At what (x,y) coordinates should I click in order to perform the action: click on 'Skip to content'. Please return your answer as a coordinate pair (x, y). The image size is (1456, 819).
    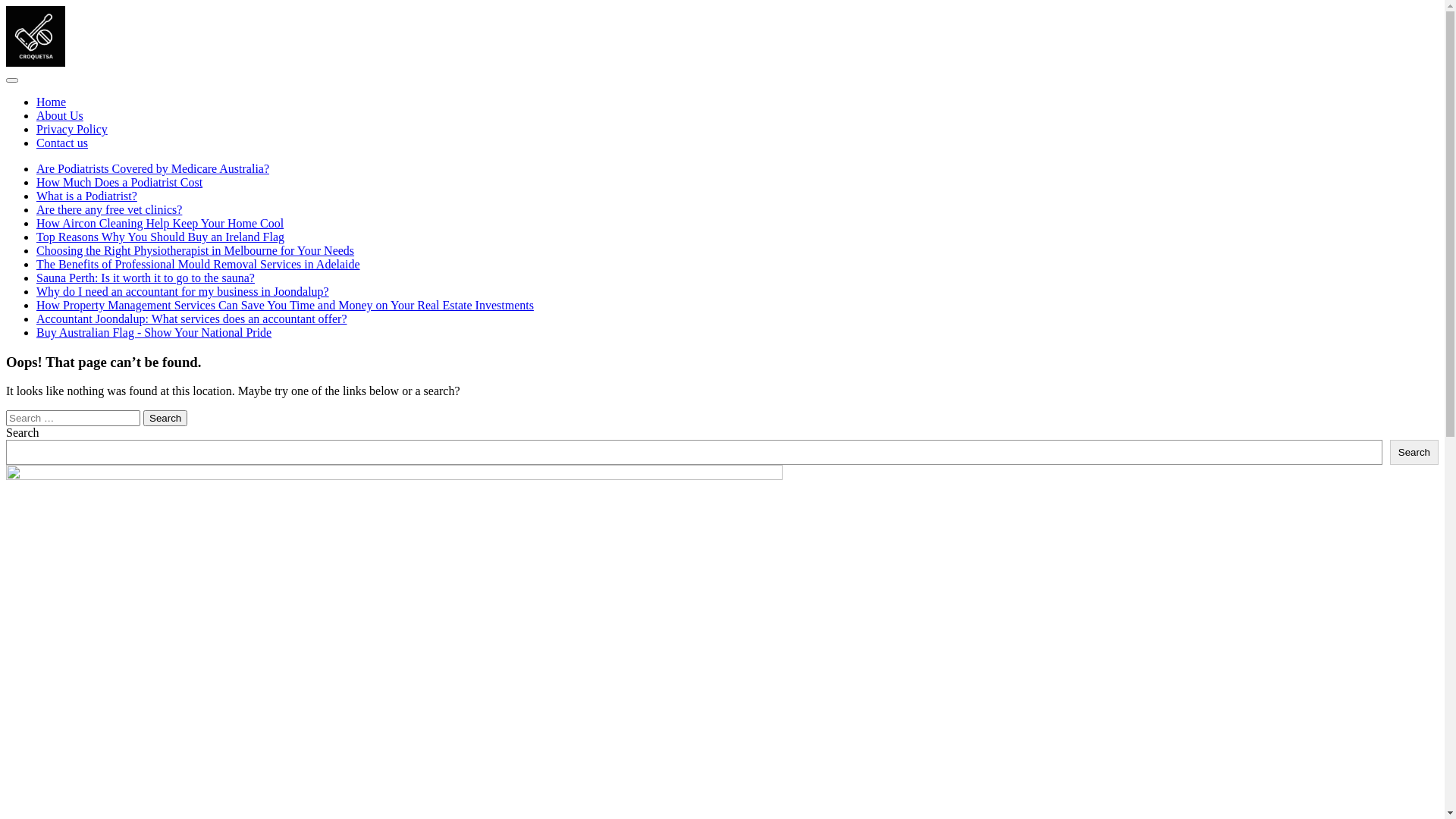
    Looking at the image, I should click on (5, 5).